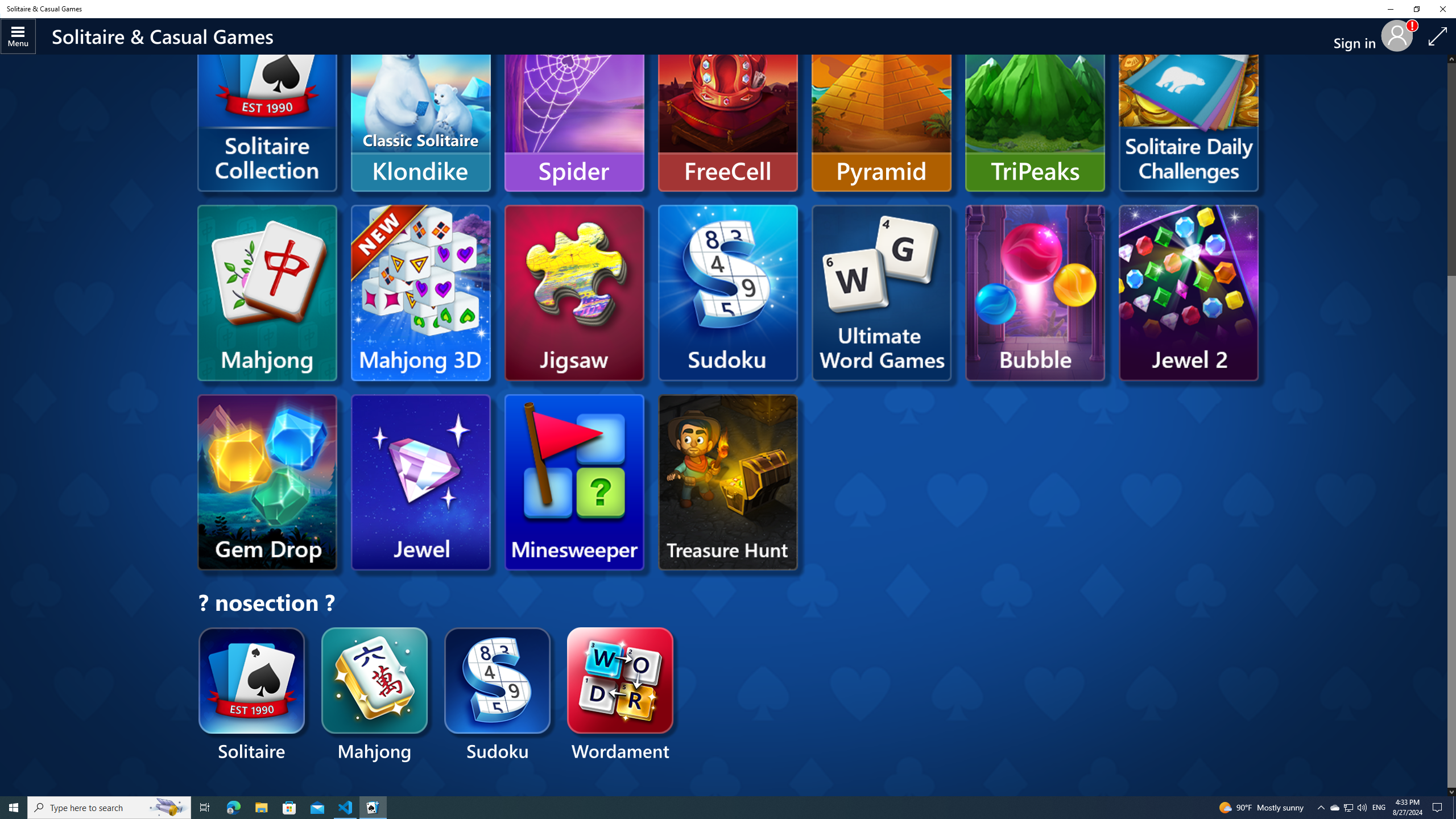 Image resolution: width=1456 pixels, height=819 pixels. I want to click on 'Microsoft Sudoku', so click(728, 292).